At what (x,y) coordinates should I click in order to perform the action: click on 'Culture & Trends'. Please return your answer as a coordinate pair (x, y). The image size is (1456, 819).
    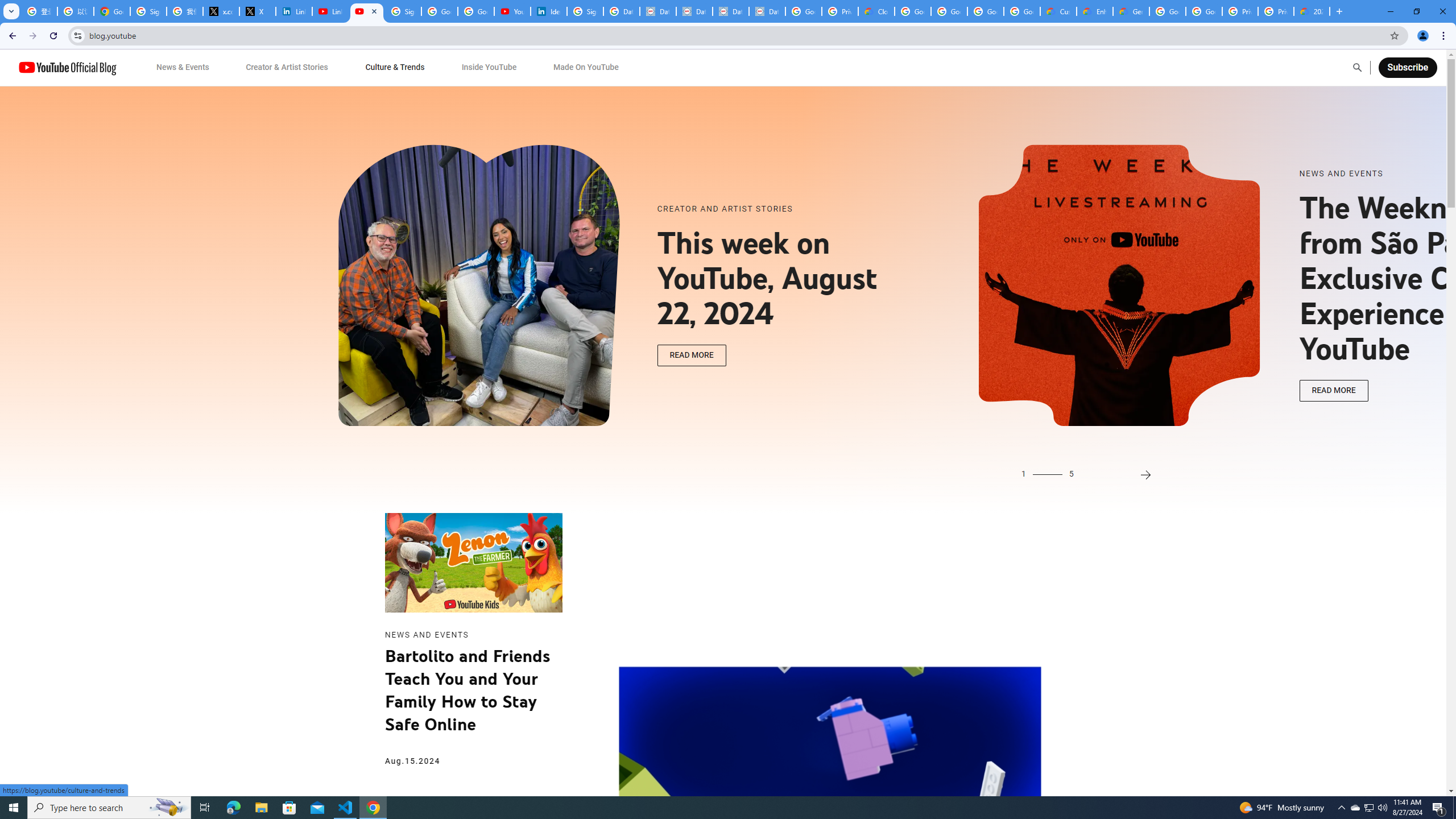
    Looking at the image, I should click on (395, 67).